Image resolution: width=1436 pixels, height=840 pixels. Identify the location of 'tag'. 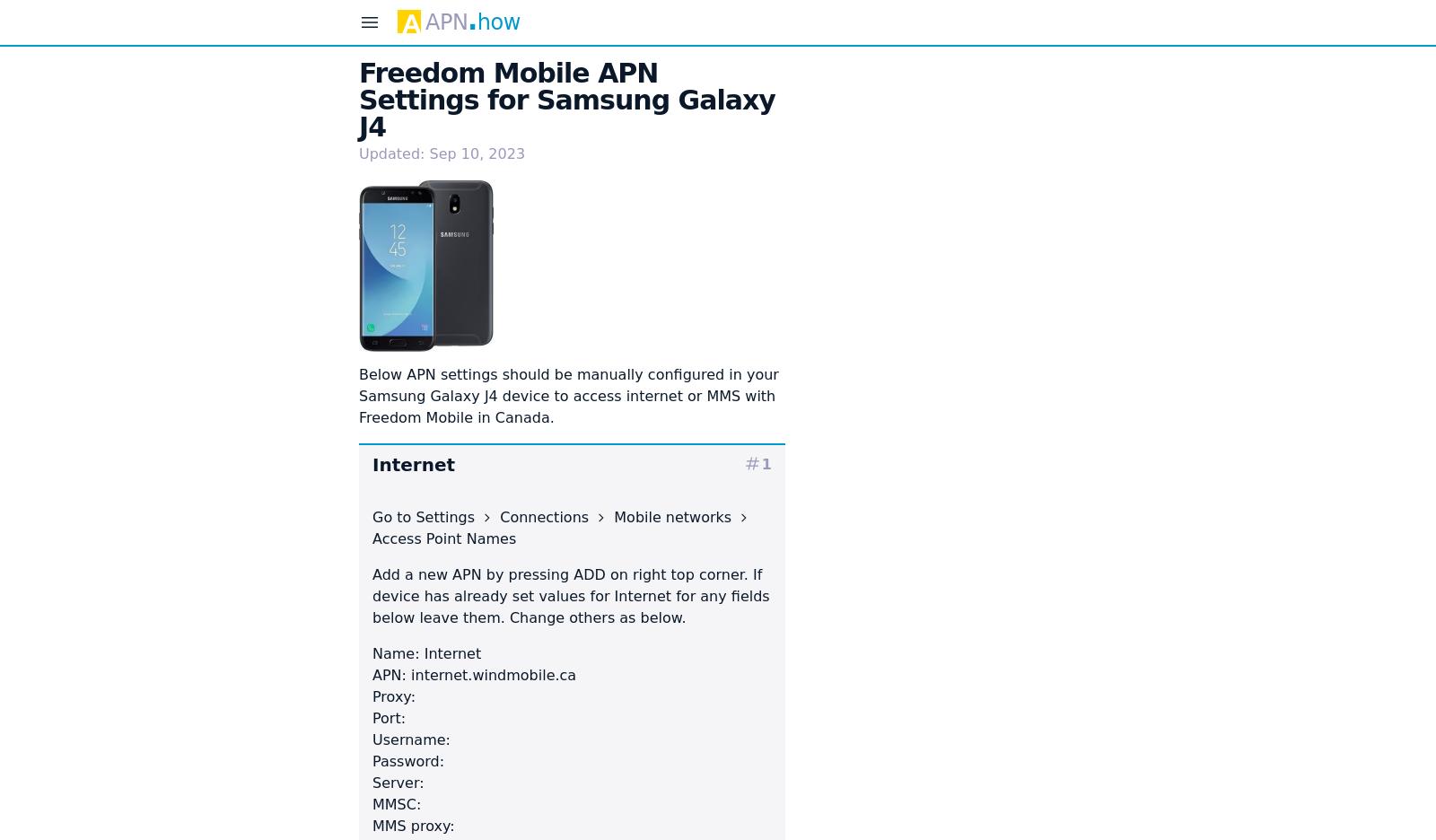
(741, 463).